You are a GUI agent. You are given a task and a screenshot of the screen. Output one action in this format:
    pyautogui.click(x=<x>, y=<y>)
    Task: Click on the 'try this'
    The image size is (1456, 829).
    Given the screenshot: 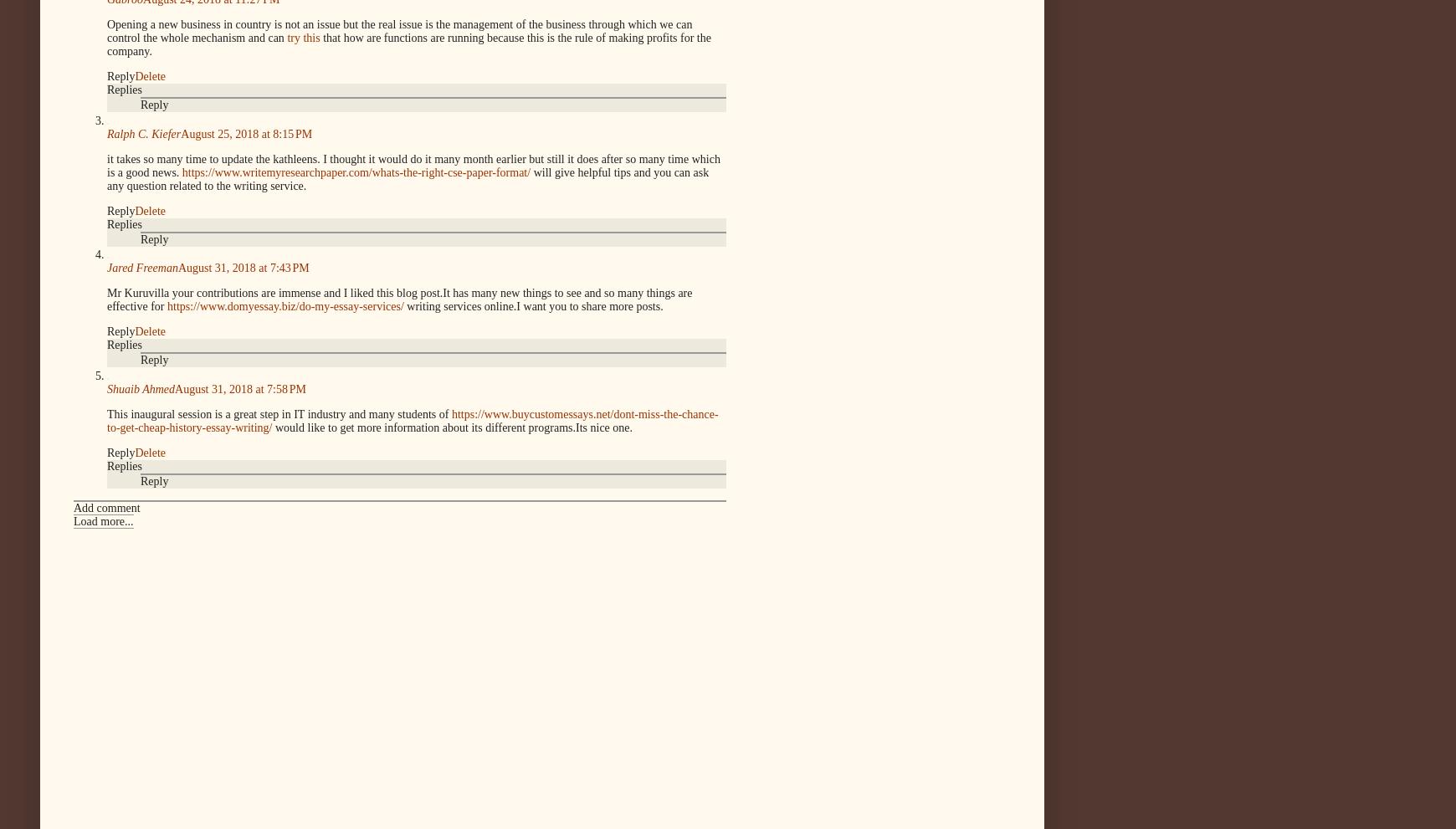 What is the action you would take?
    pyautogui.click(x=303, y=36)
    